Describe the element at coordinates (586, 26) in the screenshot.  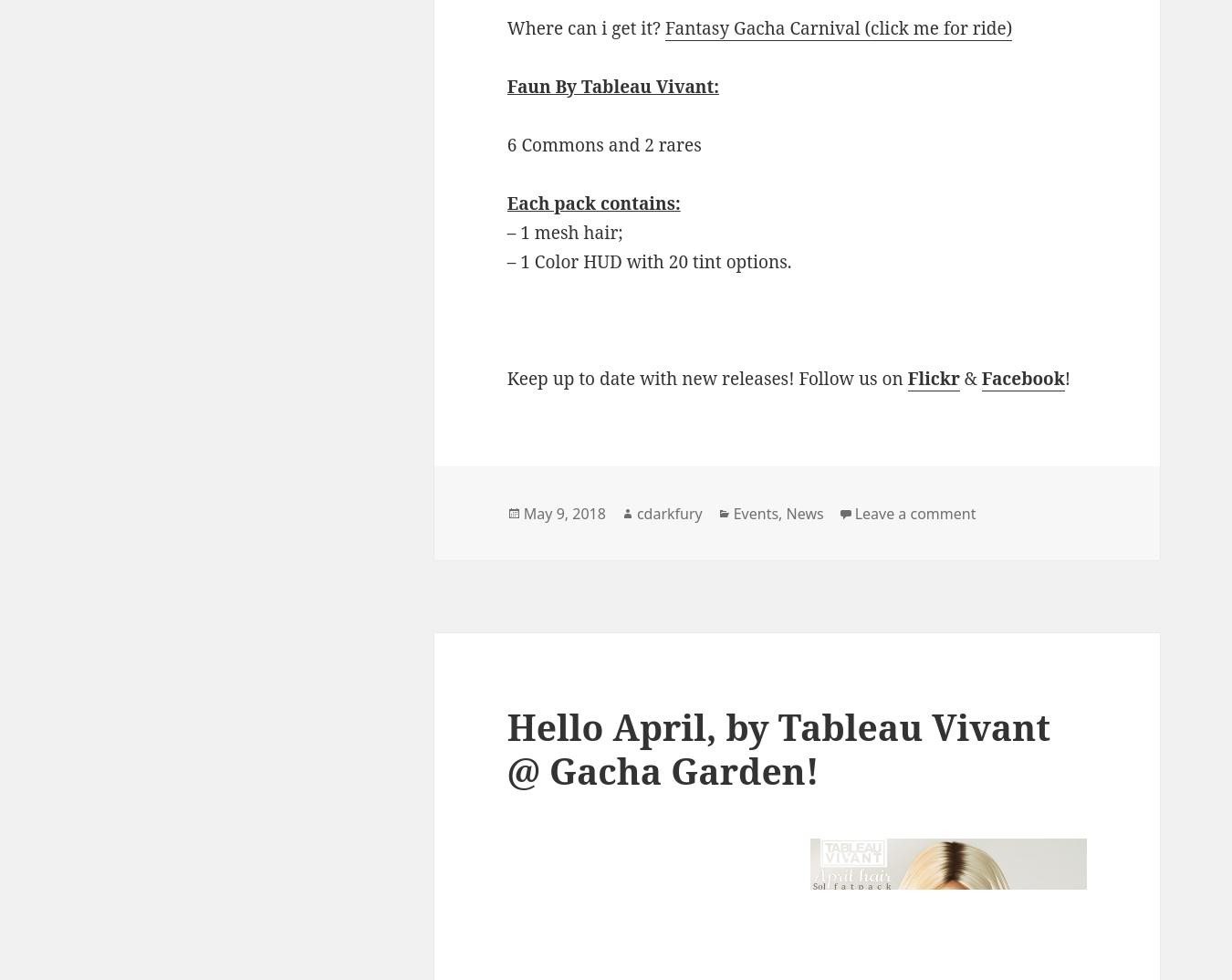
I see `'Where can i get it?'` at that location.